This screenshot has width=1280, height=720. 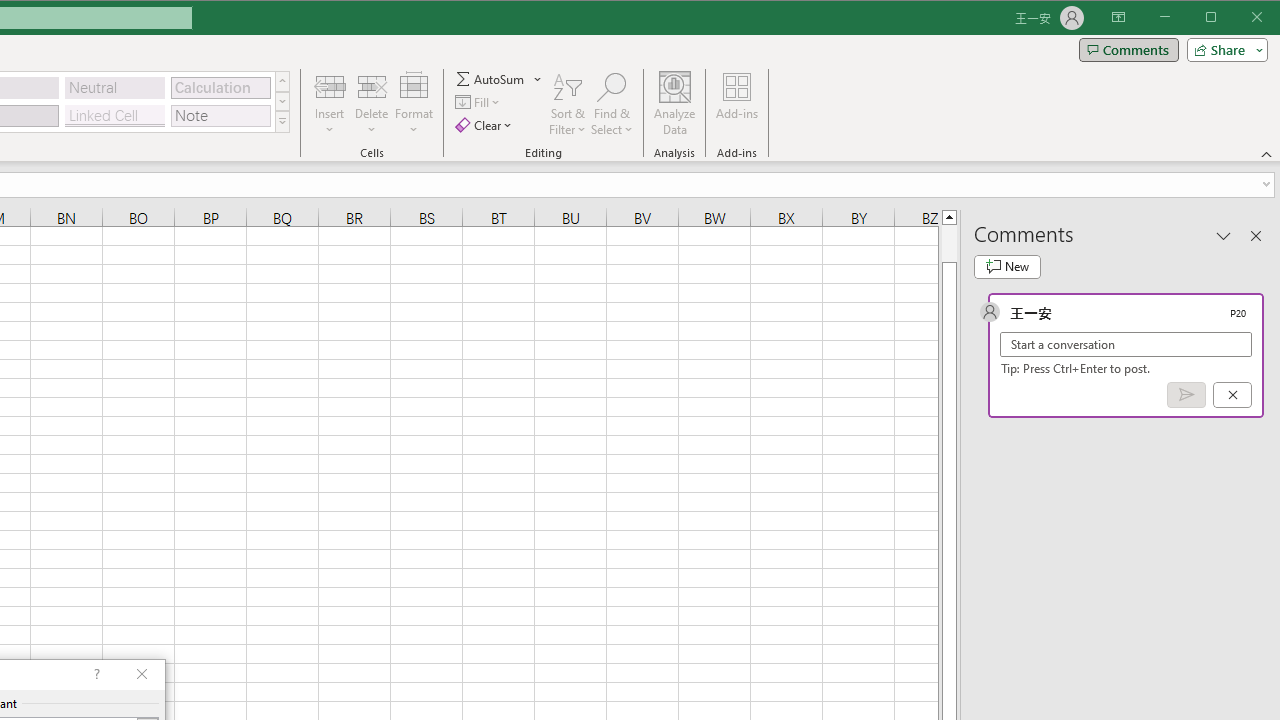 I want to click on 'Maximize', so click(x=1238, y=19).